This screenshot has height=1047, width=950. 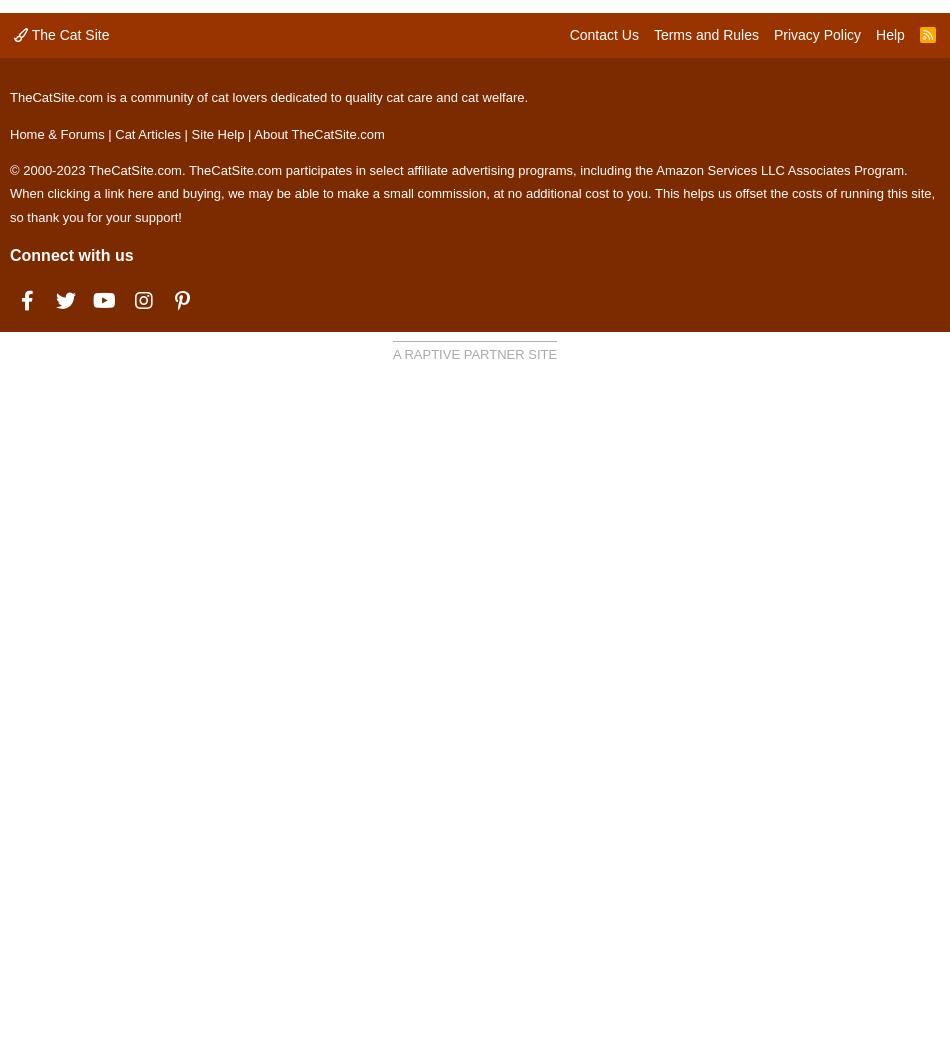 I want to click on 'Cat Articles', so click(x=115, y=132).